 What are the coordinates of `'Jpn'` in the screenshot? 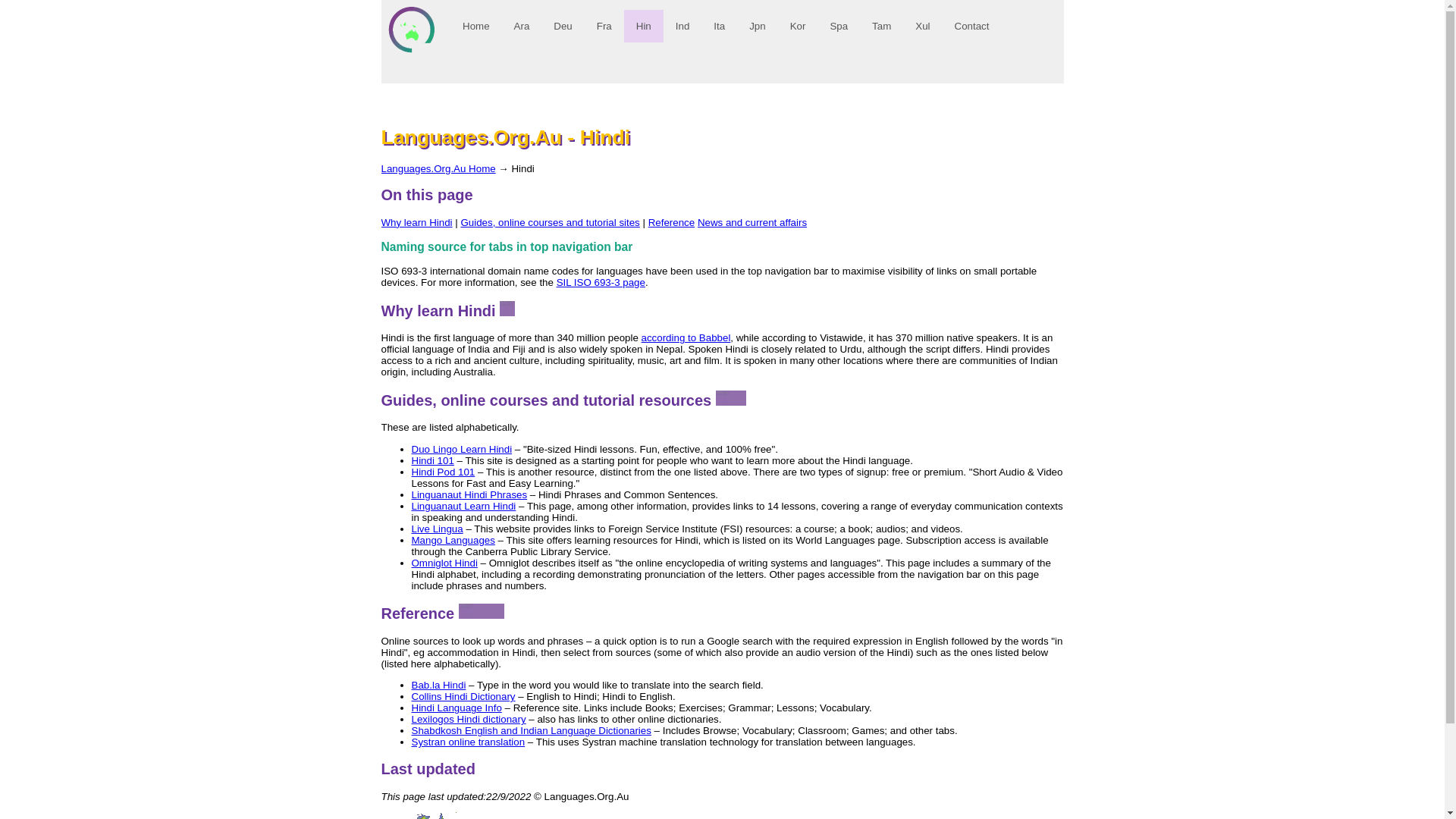 It's located at (757, 26).